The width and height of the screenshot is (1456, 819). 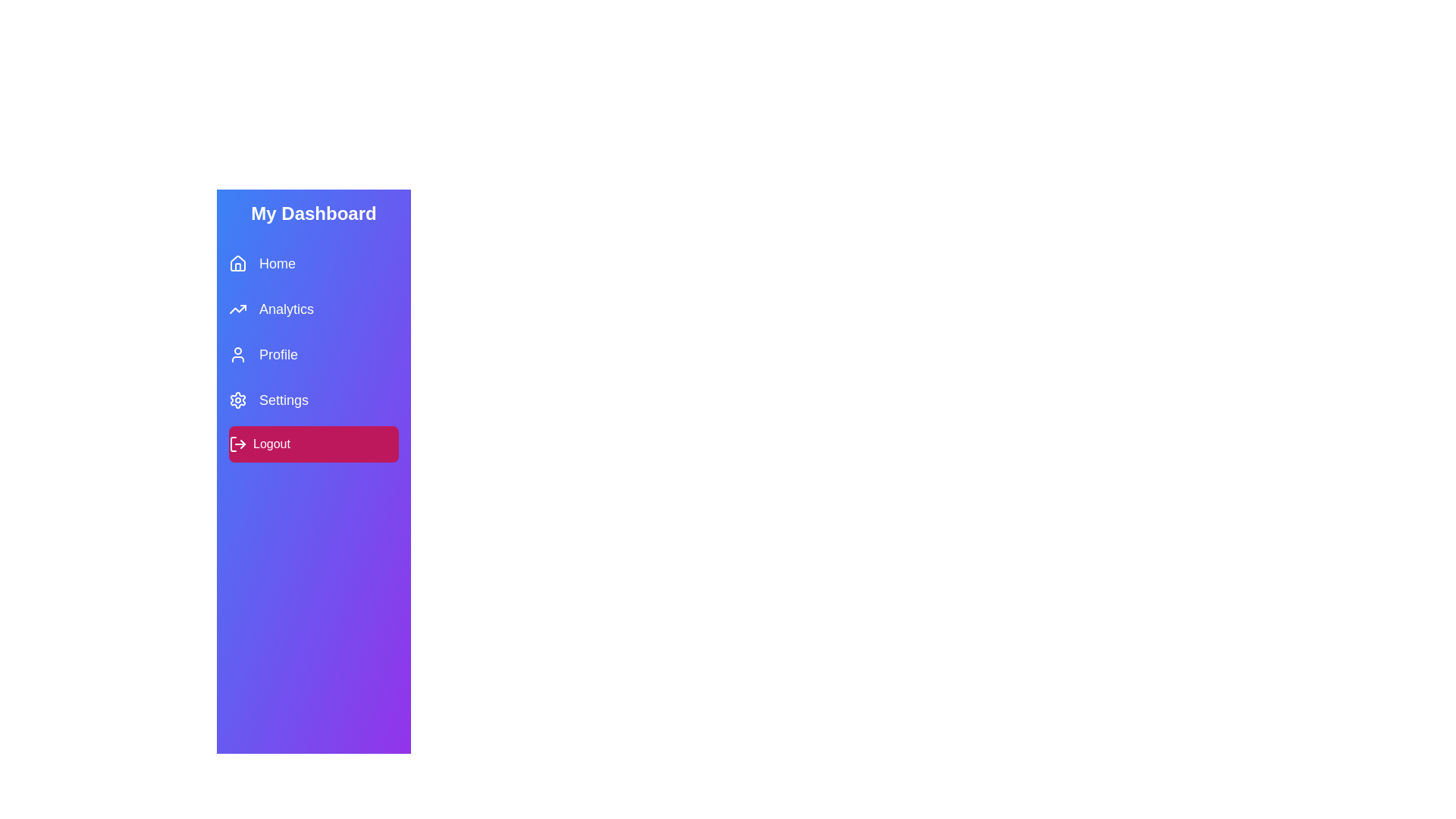 I want to click on the 'Home' text label in the navigation menu, located to the right of the house-shaped icon, so click(x=277, y=262).